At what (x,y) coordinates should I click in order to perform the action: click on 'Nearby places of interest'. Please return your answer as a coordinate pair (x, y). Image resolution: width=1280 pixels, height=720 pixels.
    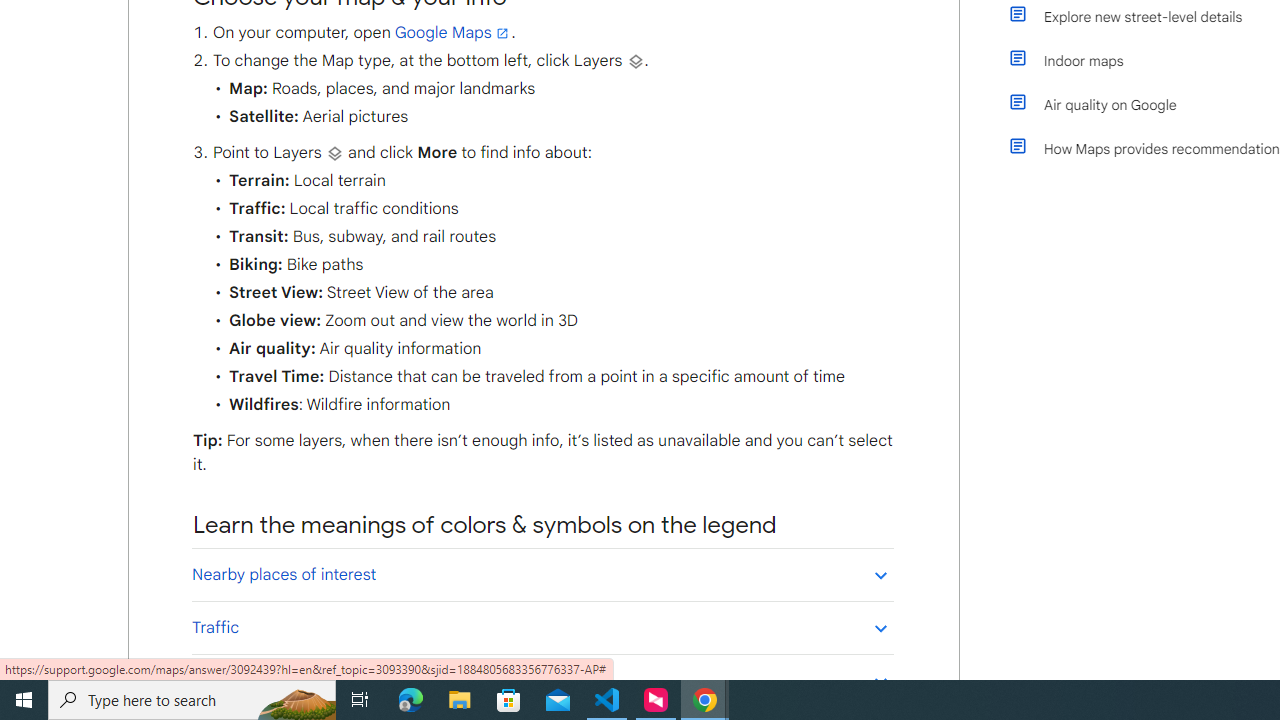
    Looking at the image, I should click on (542, 574).